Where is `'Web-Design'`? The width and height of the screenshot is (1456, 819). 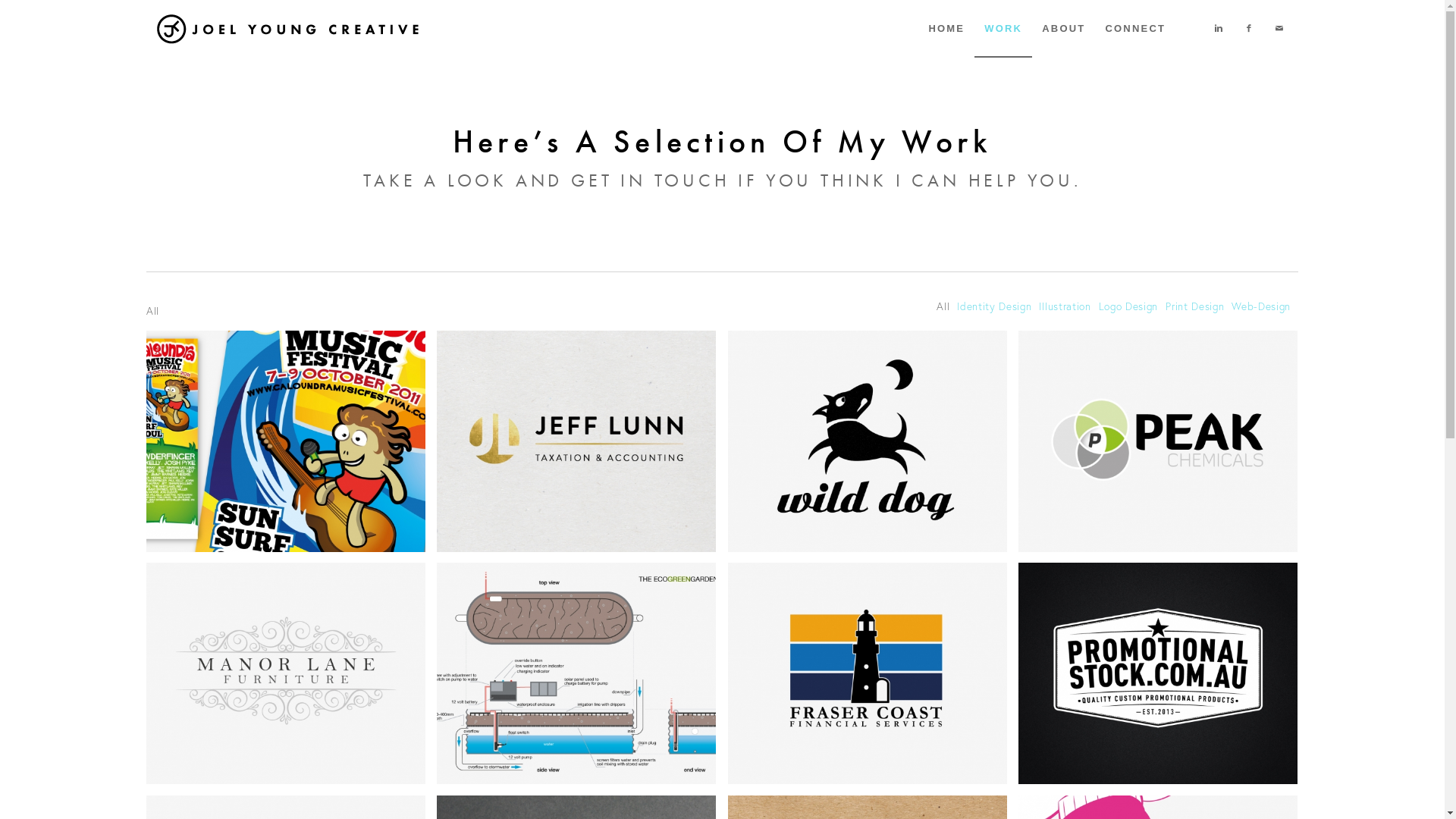 'Web-Design' is located at coordinates (1260, 307).